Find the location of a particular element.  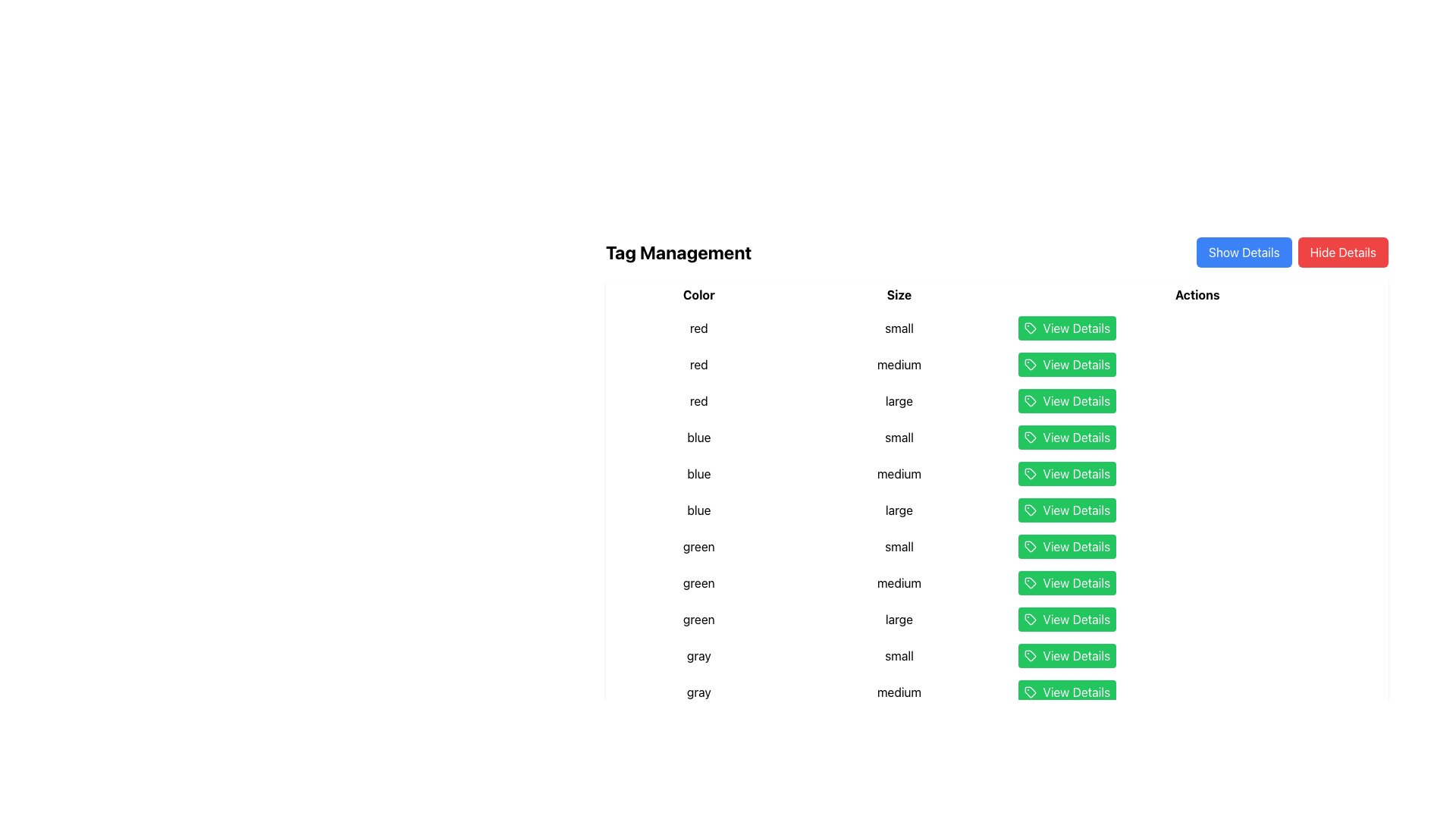

the decorative tag icon located in the Actions column of the table, specifically aligned with the second row for the red medium-sized tag is located at coordinates (1031, 365).